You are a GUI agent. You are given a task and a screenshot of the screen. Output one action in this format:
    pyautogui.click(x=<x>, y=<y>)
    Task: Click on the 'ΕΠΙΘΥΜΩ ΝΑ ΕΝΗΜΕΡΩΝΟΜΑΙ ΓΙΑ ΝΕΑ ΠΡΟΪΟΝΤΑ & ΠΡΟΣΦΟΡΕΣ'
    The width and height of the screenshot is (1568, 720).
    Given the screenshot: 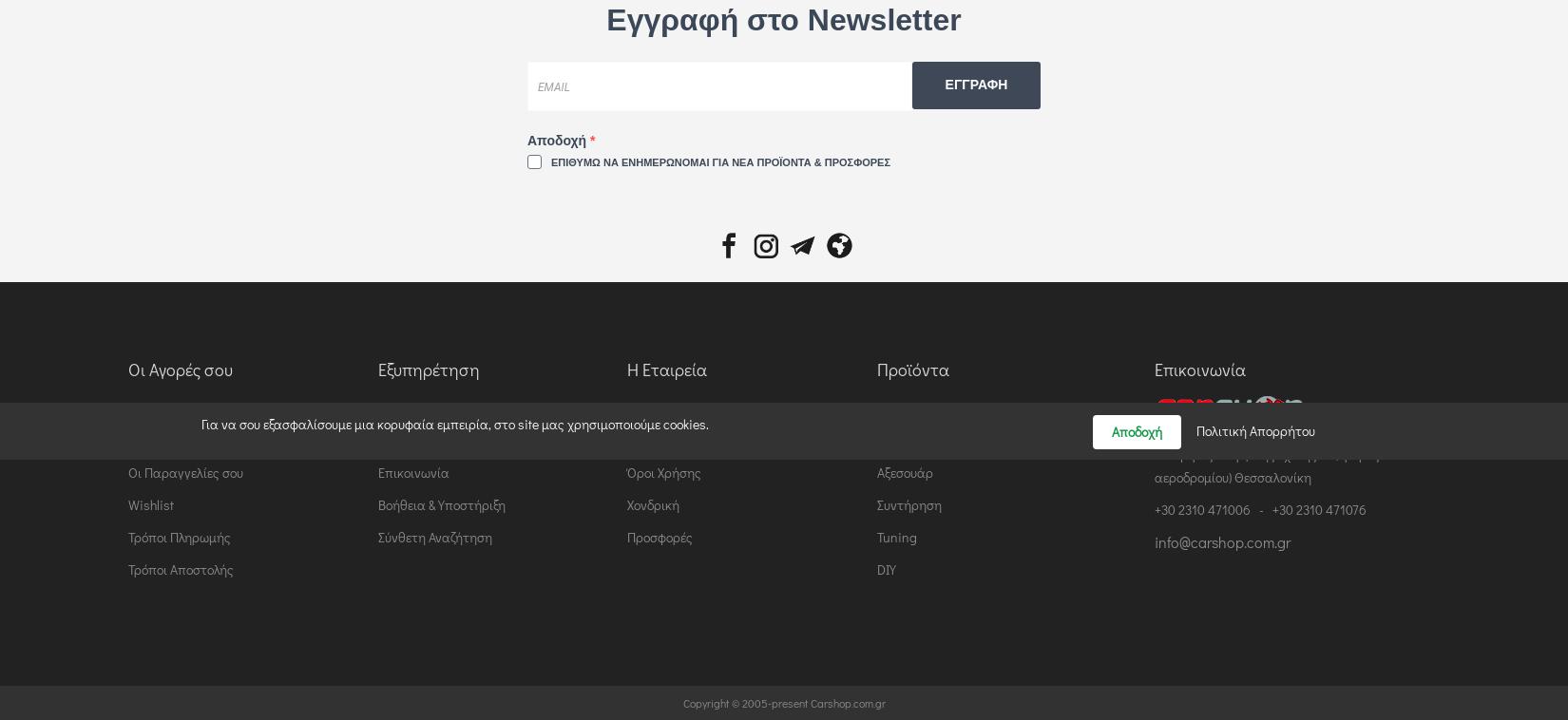 What is the action you would take?
    pyautogui.click(x=719, y=161)
    